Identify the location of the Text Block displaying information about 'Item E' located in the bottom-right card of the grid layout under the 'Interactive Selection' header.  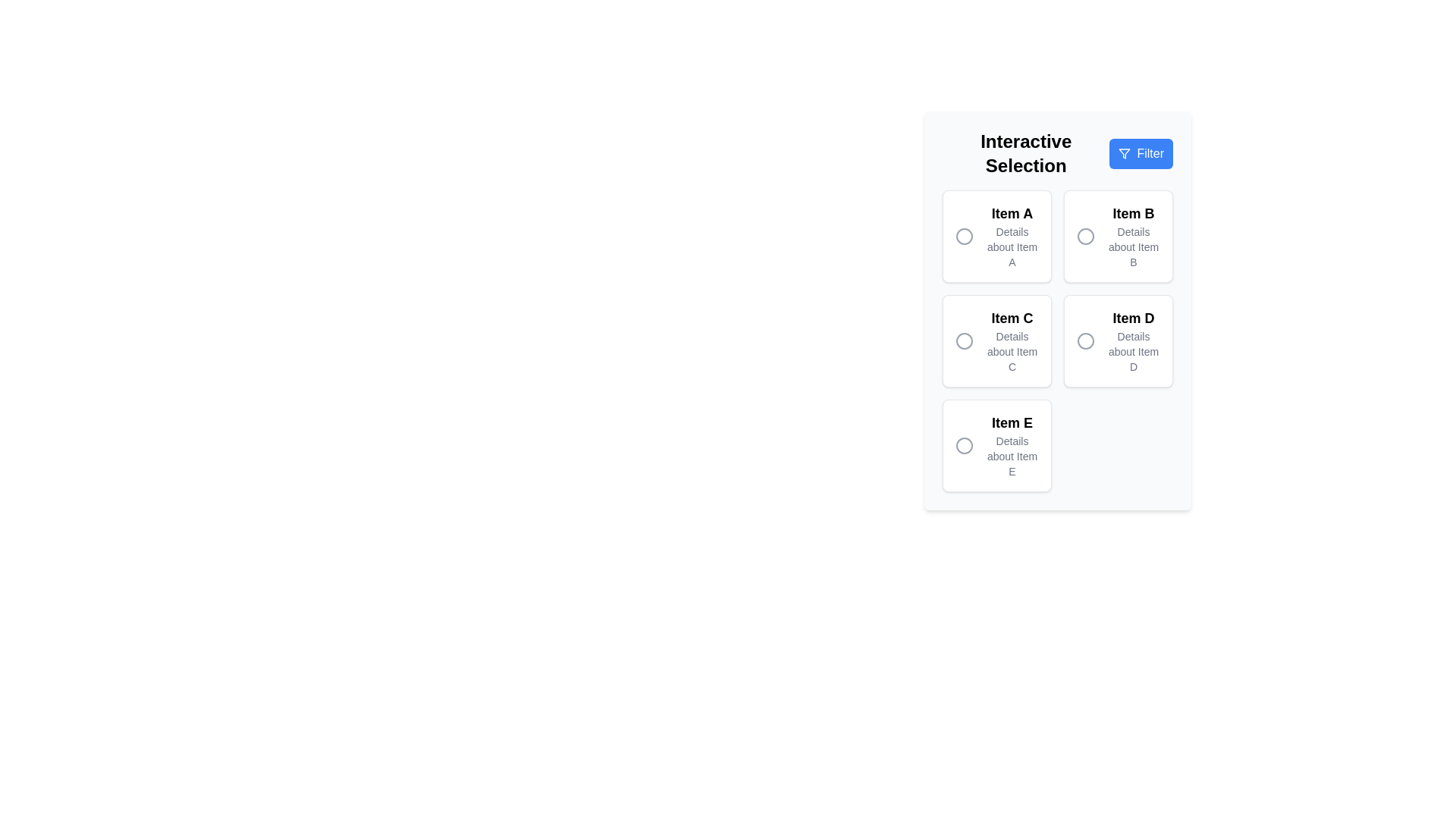
(1012, 444).